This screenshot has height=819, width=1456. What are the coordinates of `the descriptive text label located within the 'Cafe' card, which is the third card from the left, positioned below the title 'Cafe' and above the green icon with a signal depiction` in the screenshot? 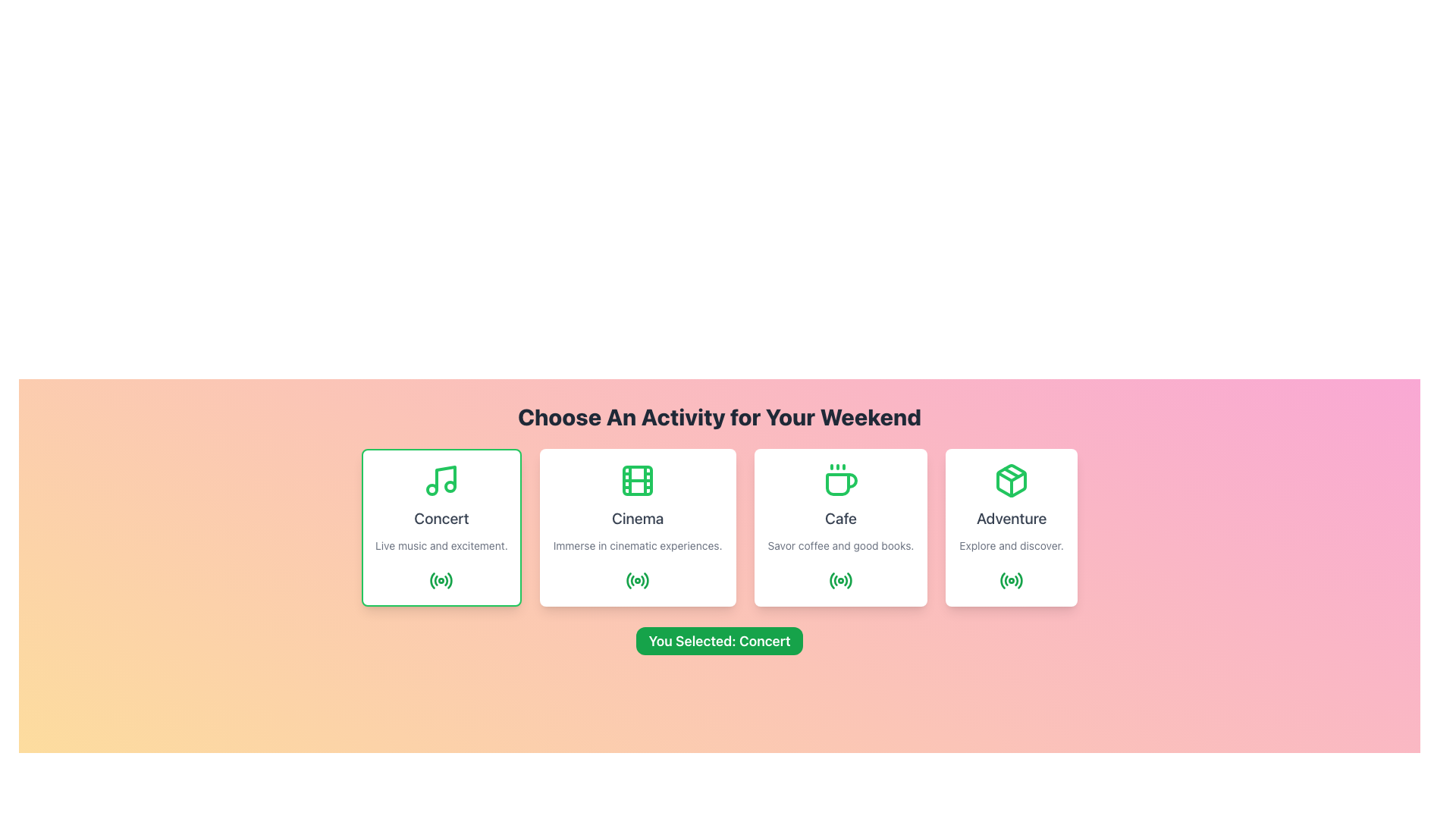 It's located at (839, 546).